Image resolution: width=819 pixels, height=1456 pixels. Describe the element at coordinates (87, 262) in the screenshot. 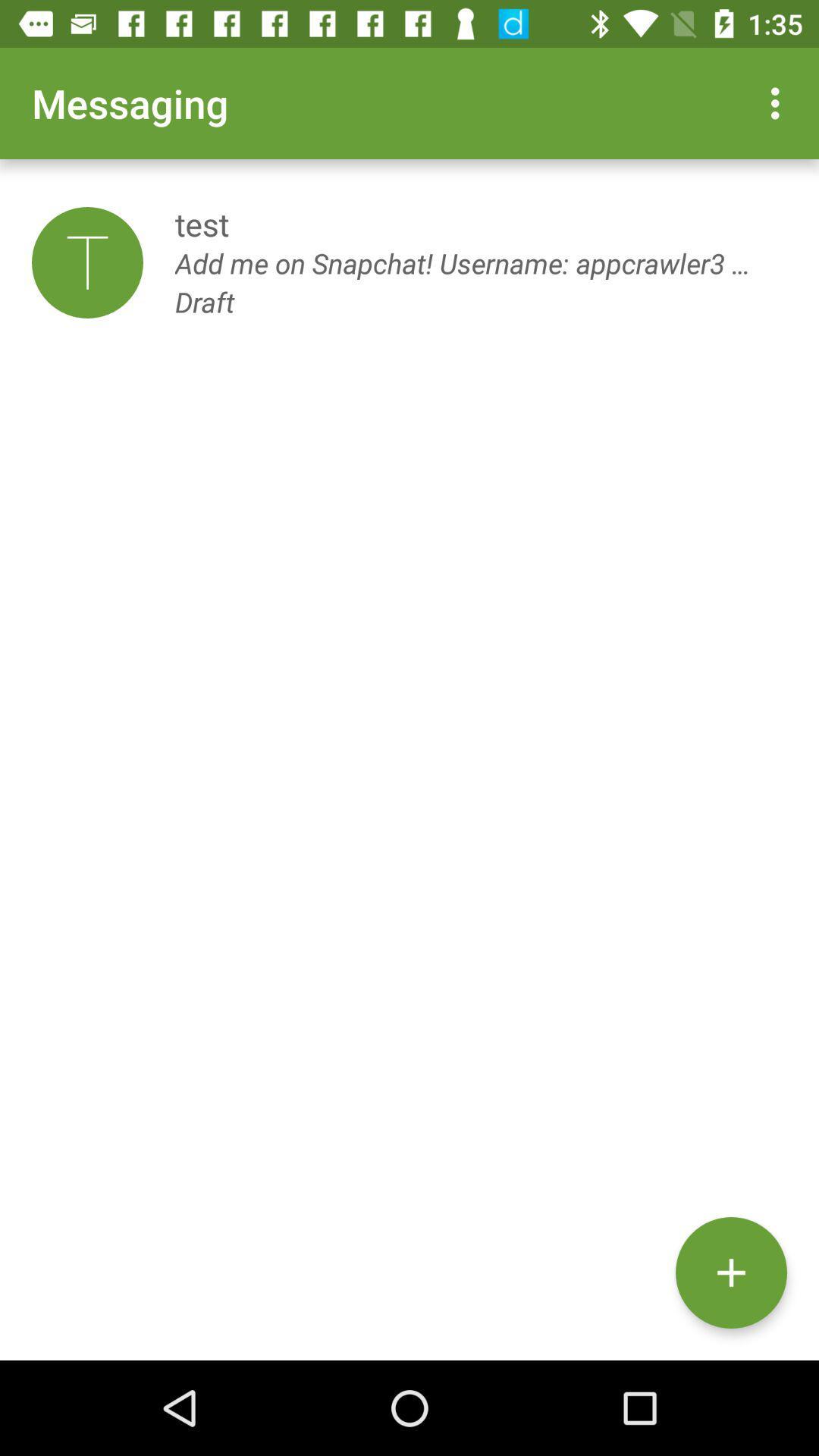

I see `item below the messaging item` at that location.